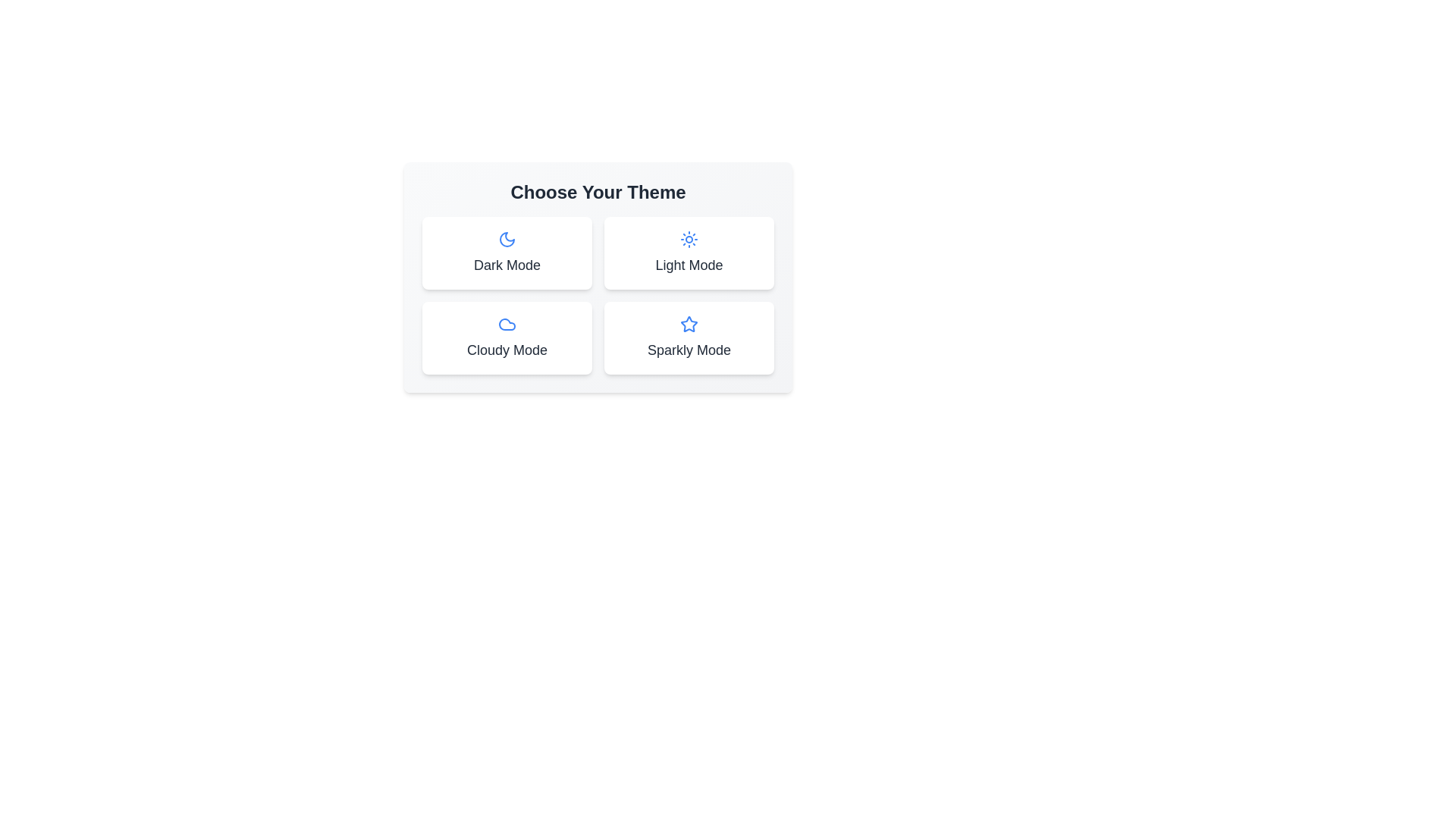  What do you see at coordinates (507, 337) in the screenshot?
I see `the 'Cloudy Mode' button, which is a rectangular button with a white background and a blue cloud icon, located in the lower-left quadrant of the grid layout` at bounding box center [507, 337].